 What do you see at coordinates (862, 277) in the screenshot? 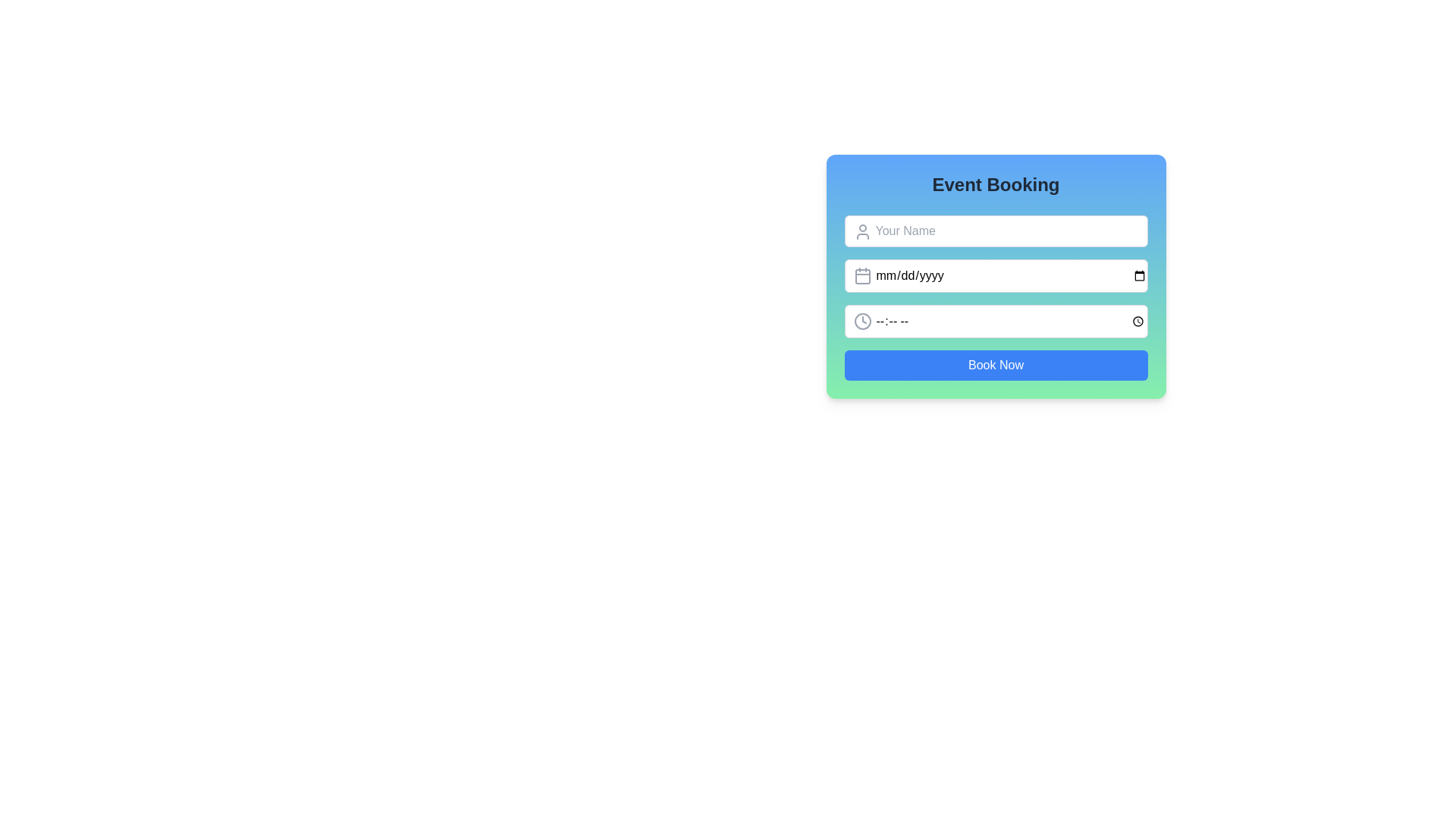
I see `the decorative graphical element inside the calendar icon, which indicates date selection in the Event Booking form` at bounding box center [862, 277].